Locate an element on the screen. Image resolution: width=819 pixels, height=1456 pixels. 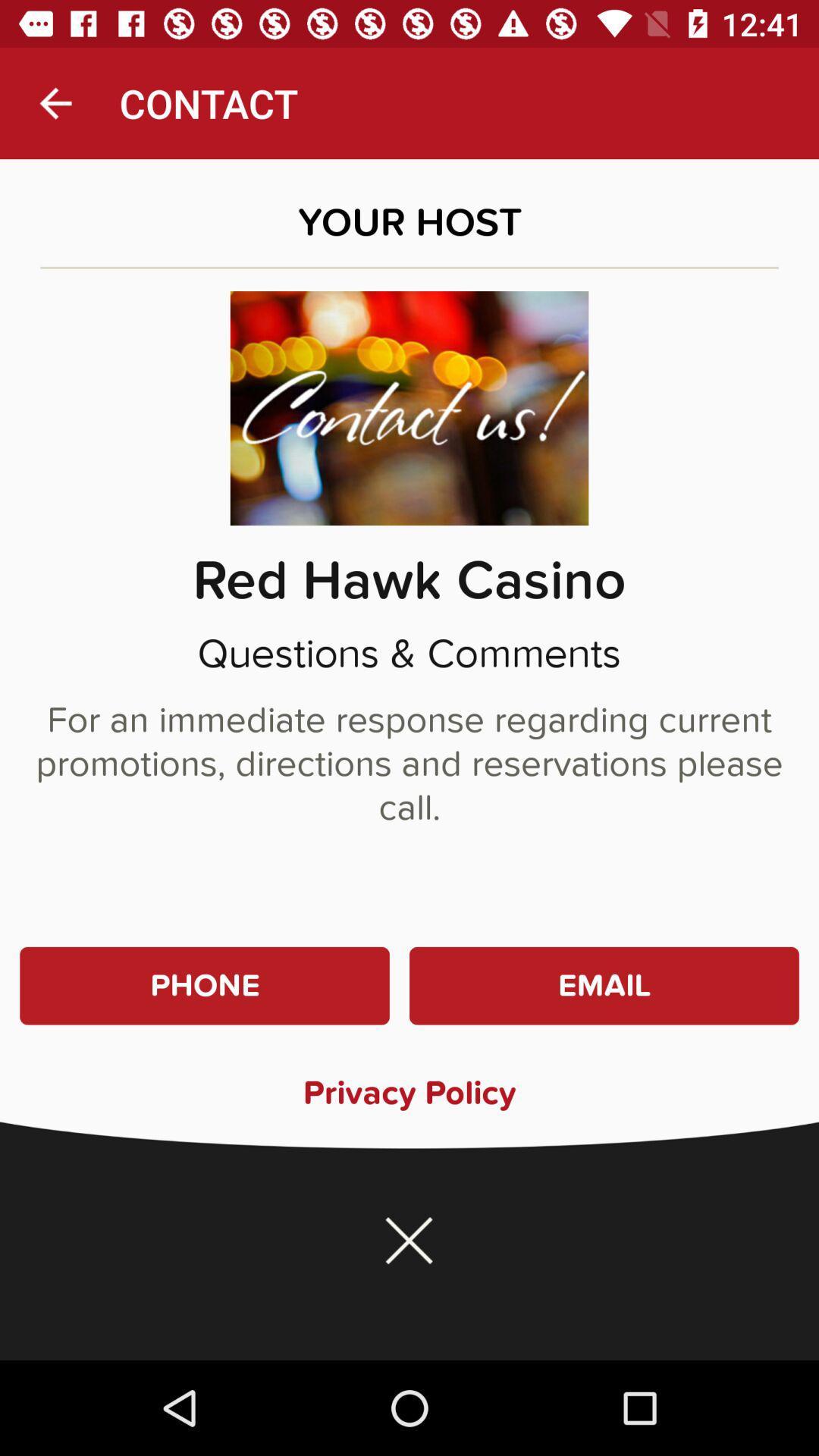
privacy policy icon is located at coordinates (409, 1093).